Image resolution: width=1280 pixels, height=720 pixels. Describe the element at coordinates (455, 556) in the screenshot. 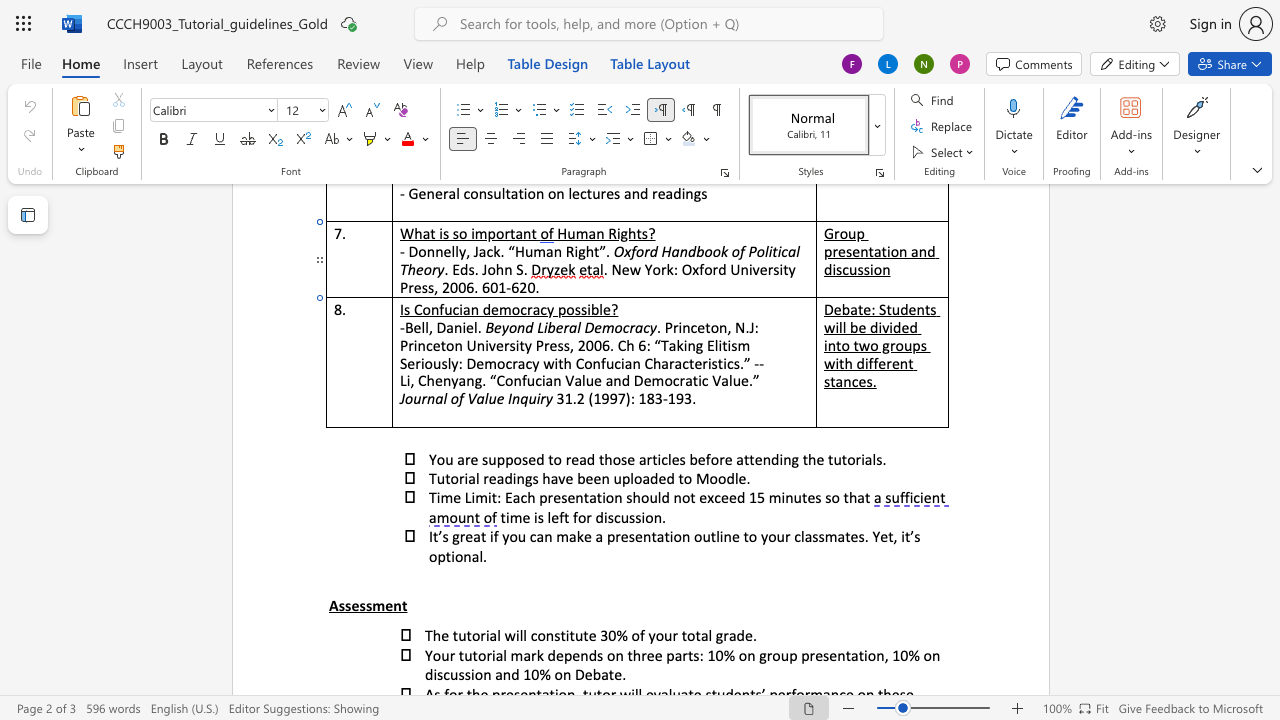

I see `the space between the continuous character "i" and "o" in the text` at that location.